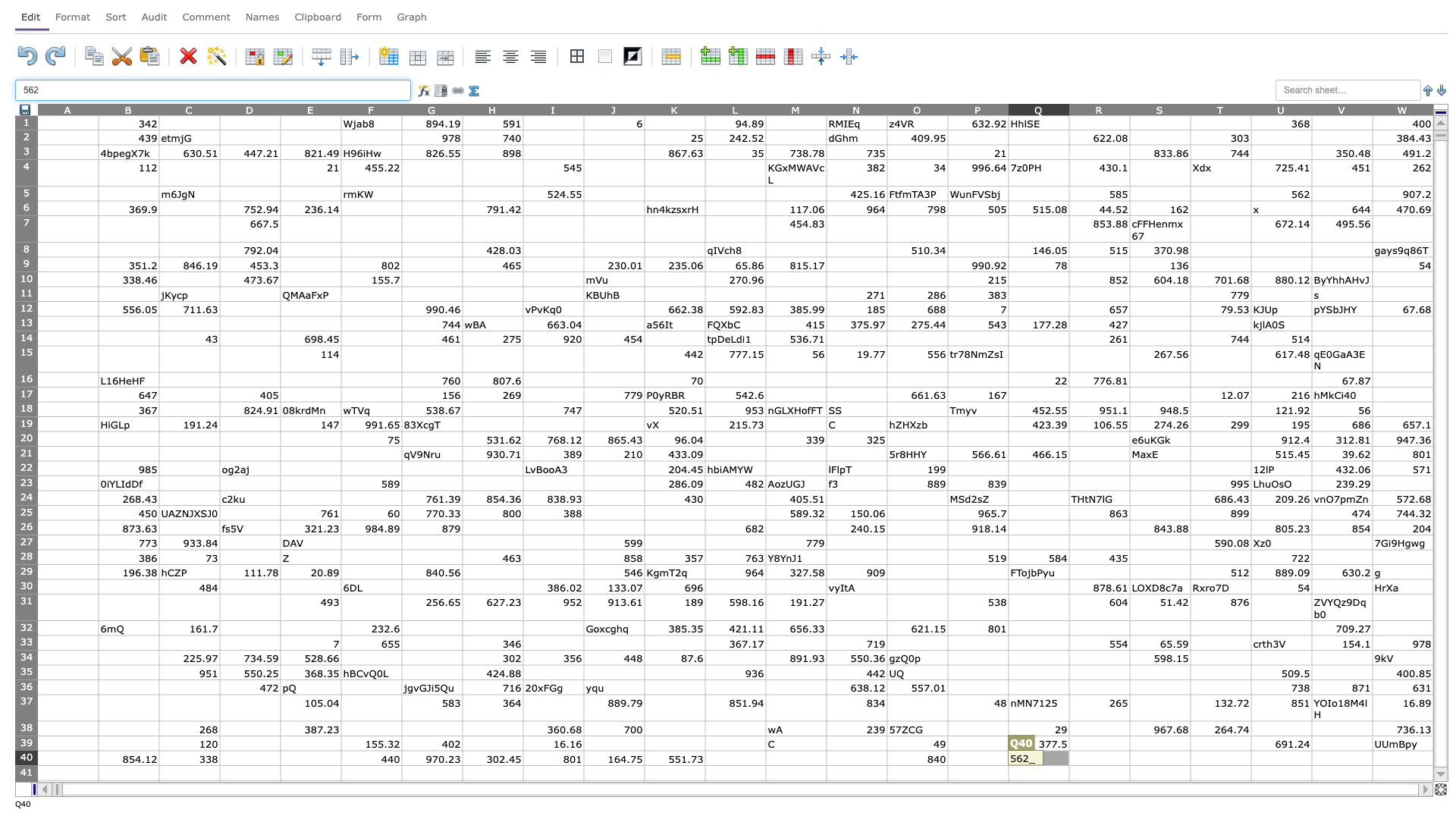 Image resolution: width=1456 pixels, height=819 pixels. What do you see at coordinates (1068, 758) in the screenshot?
I see `left edge of R40` at bounding box center [1068, 758].